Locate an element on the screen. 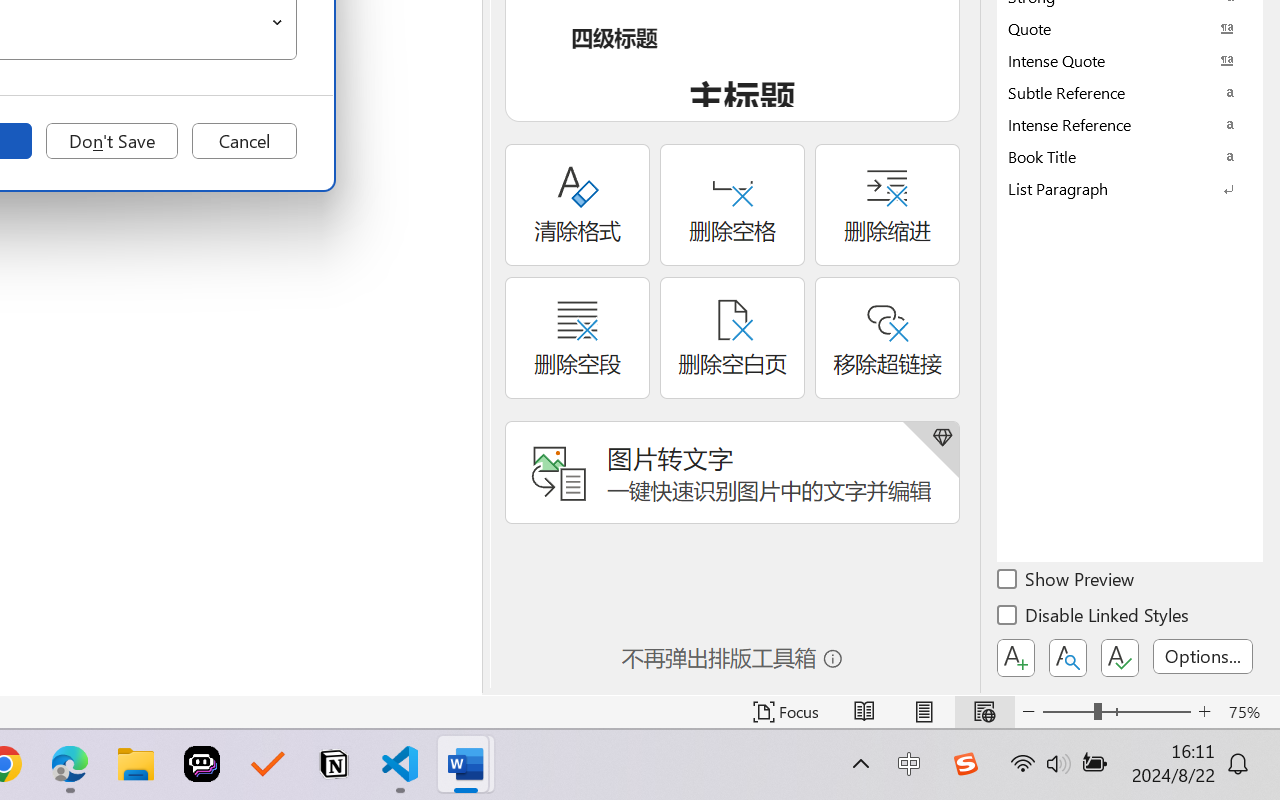 The height and width of the screenshot is (800, 1280). 'Zoom' is located at coordinates (1115, 711).